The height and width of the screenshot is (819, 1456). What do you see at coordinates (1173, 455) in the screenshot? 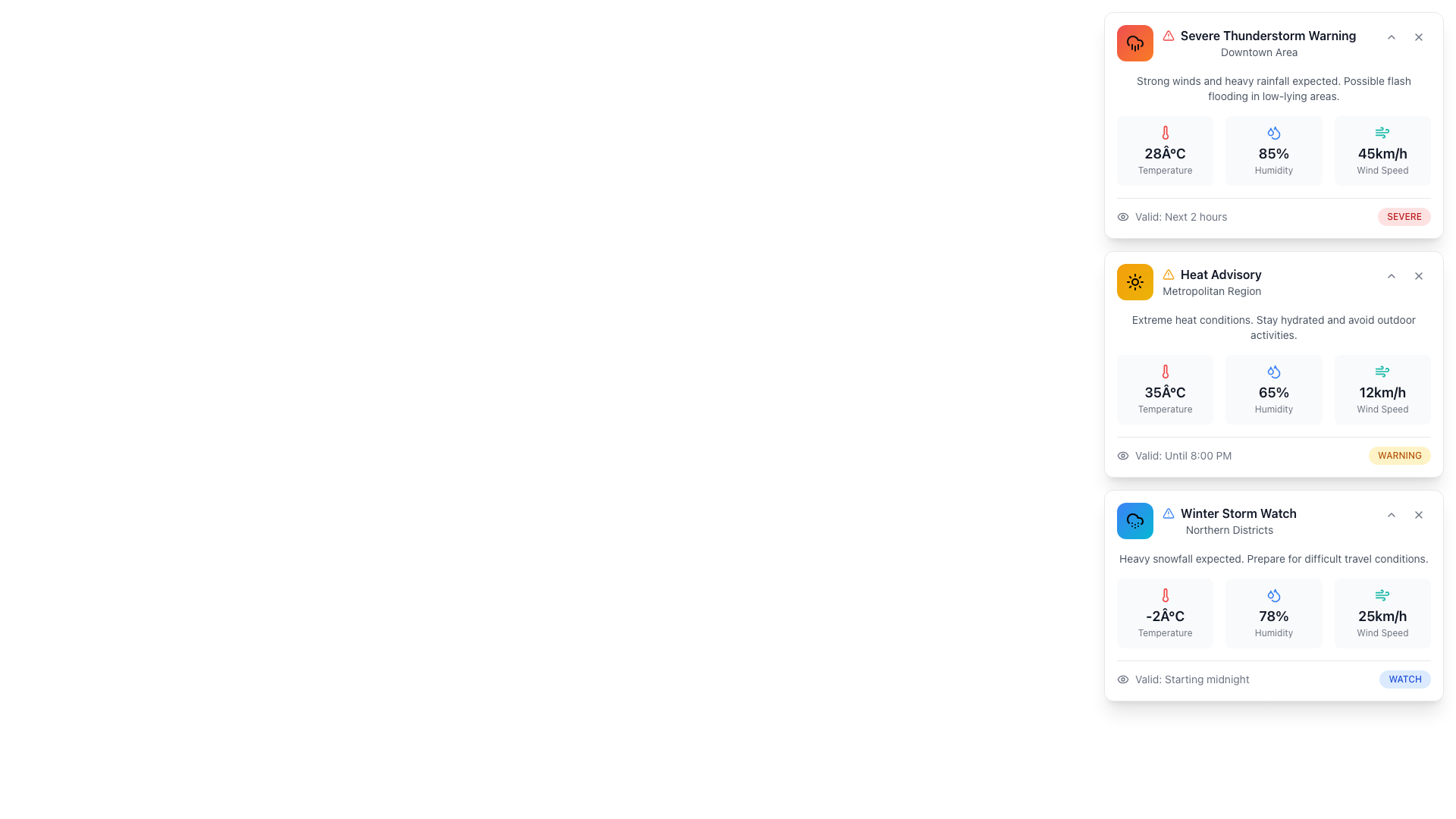
I see `the text label with icon indicating the validity period of the information in the 'Heat Advisory' card, located above the yellow 'WARNING' button` at bounding box center [1173, 455].